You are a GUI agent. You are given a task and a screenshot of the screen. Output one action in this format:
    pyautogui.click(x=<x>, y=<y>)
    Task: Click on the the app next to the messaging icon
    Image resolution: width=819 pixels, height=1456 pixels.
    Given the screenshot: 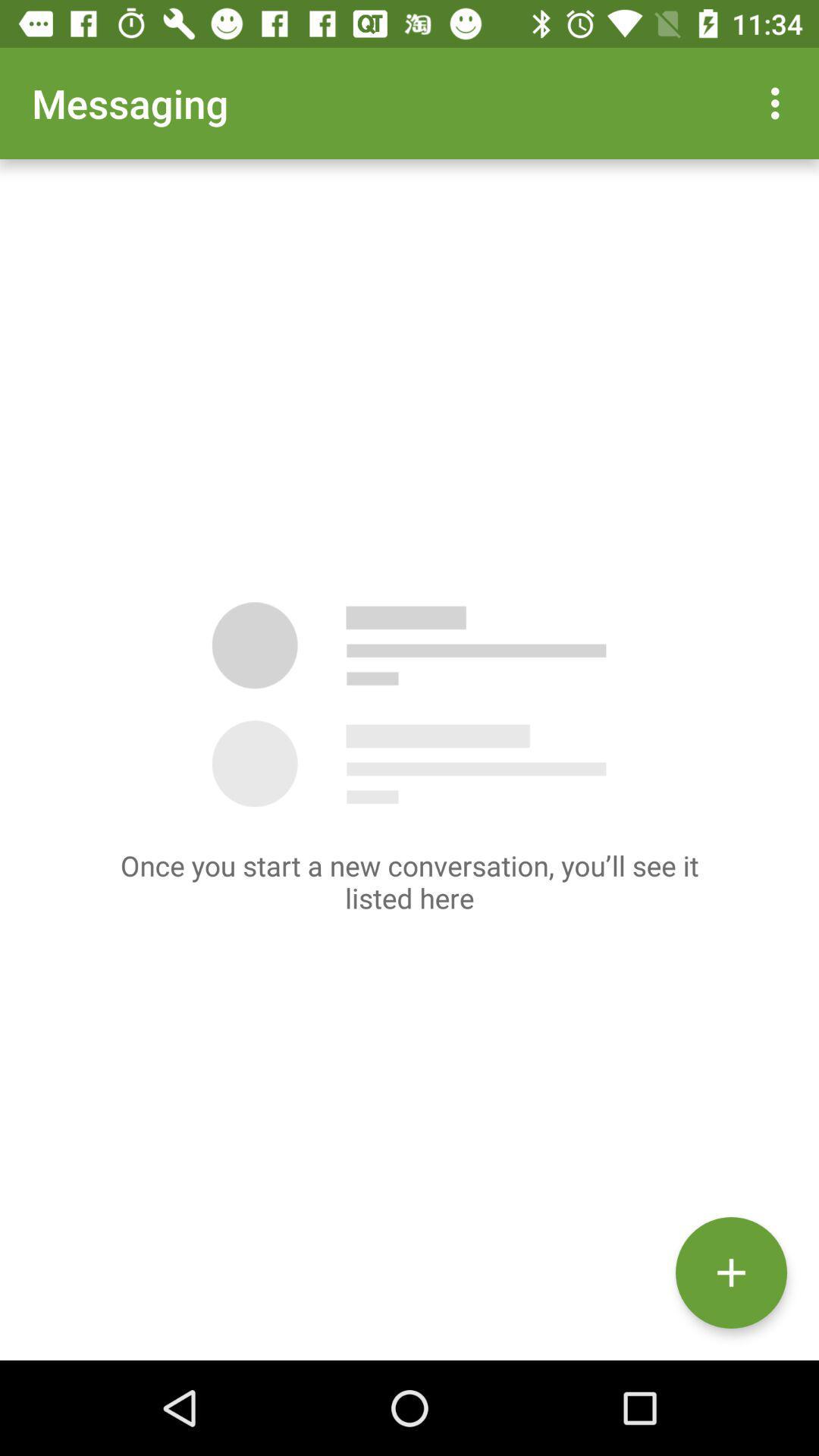 What is the action you would take?
    pyautogui.click(x=779, y=102)
    